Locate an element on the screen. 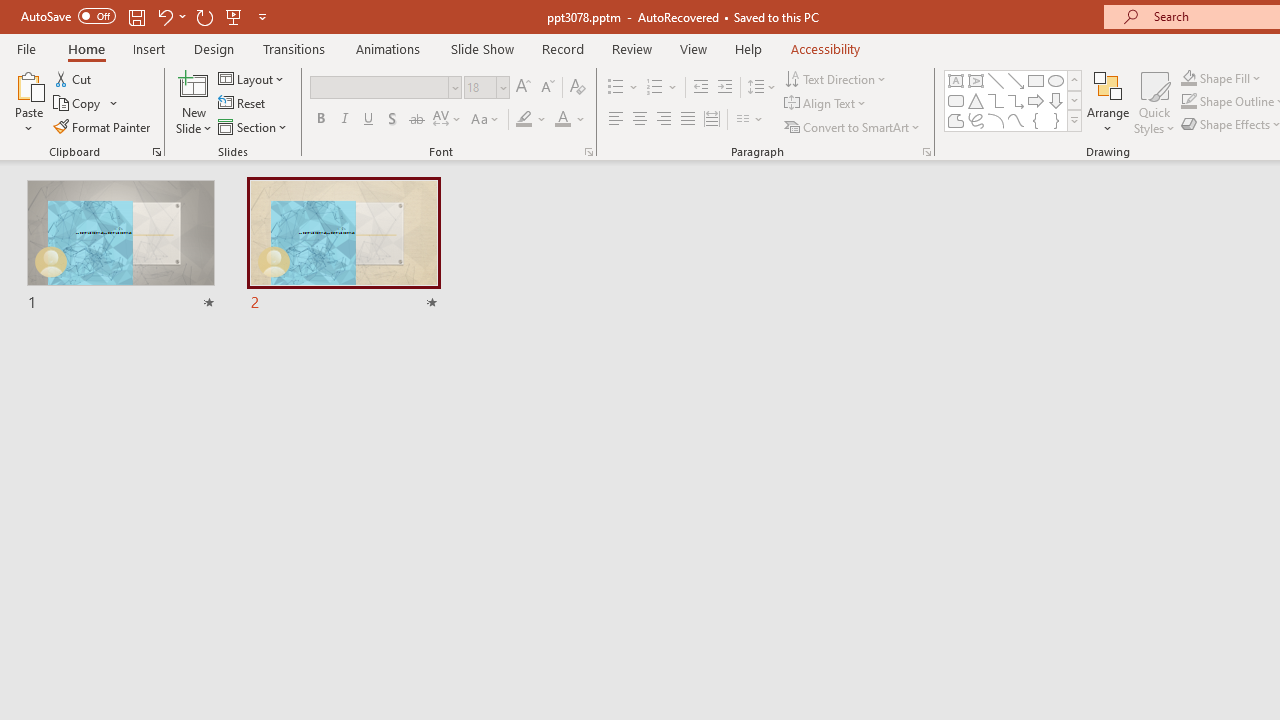 The image size is (1280, 720). 'Shapes' is located at coordinates (1073, 120).